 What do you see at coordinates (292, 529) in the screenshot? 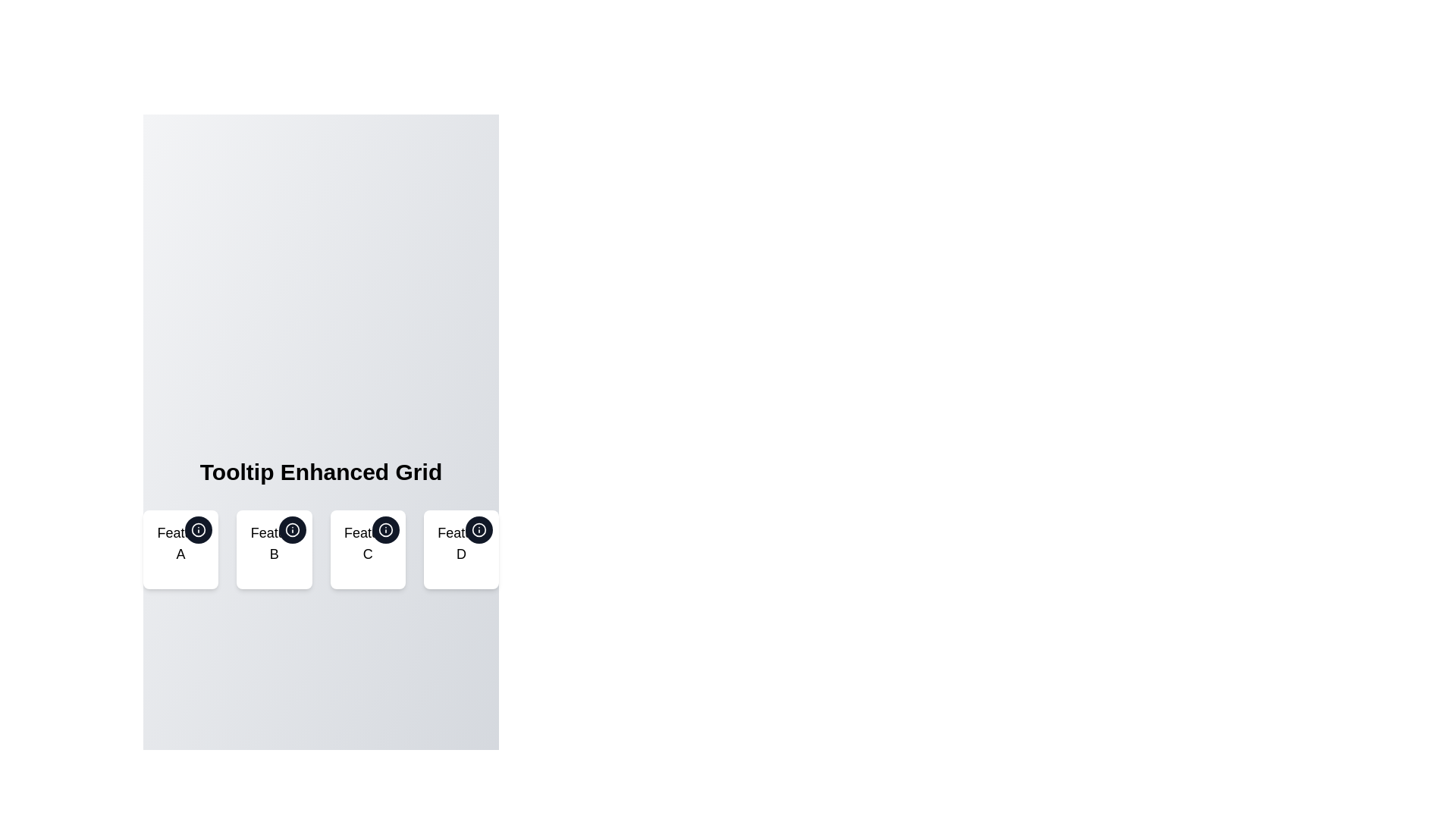
I see `the informational icon (SVG format) located in the second card labeled 'Feat B'` at bounding box center [292, 529].